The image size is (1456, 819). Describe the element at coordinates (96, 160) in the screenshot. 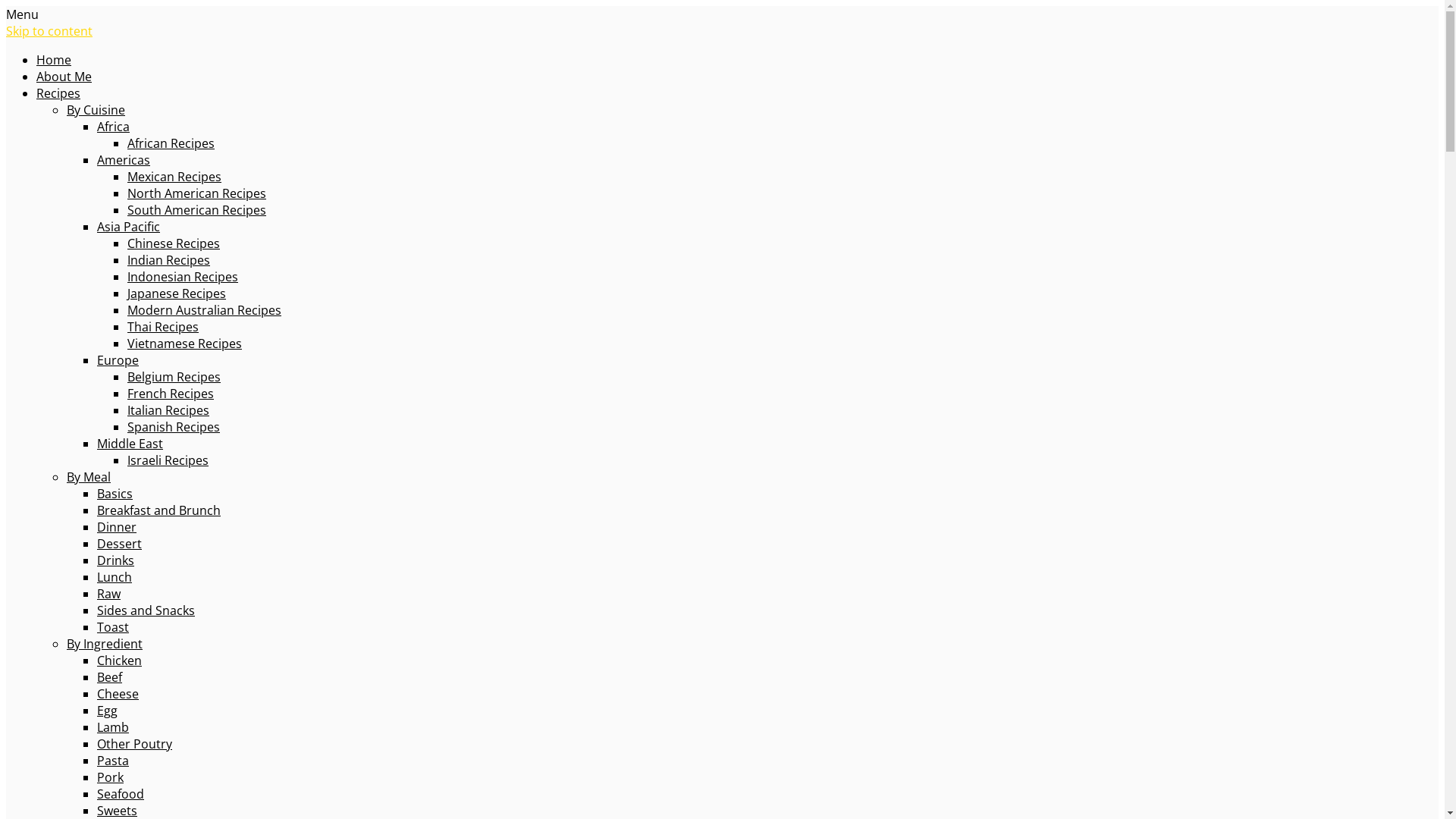

I see `'Americas'` at that location.